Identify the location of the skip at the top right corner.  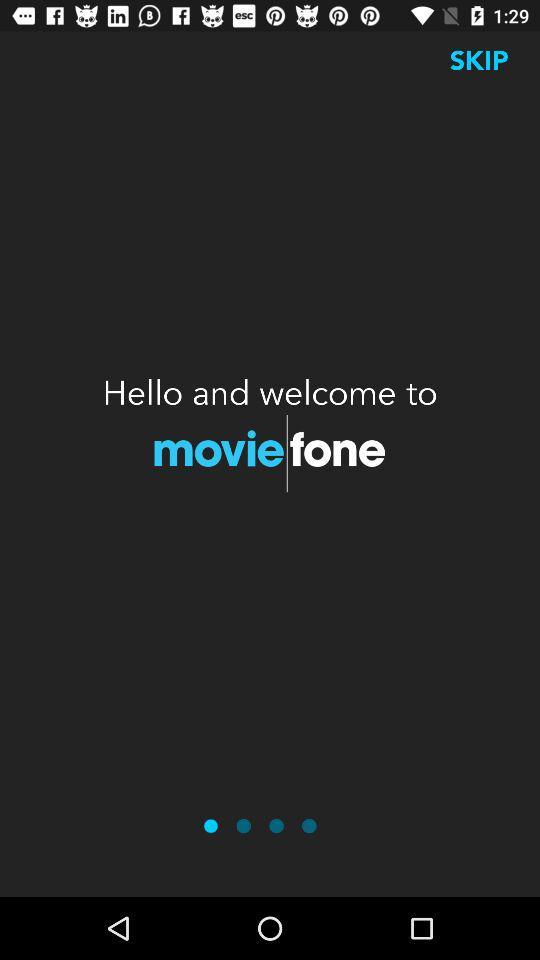
(478, 59).